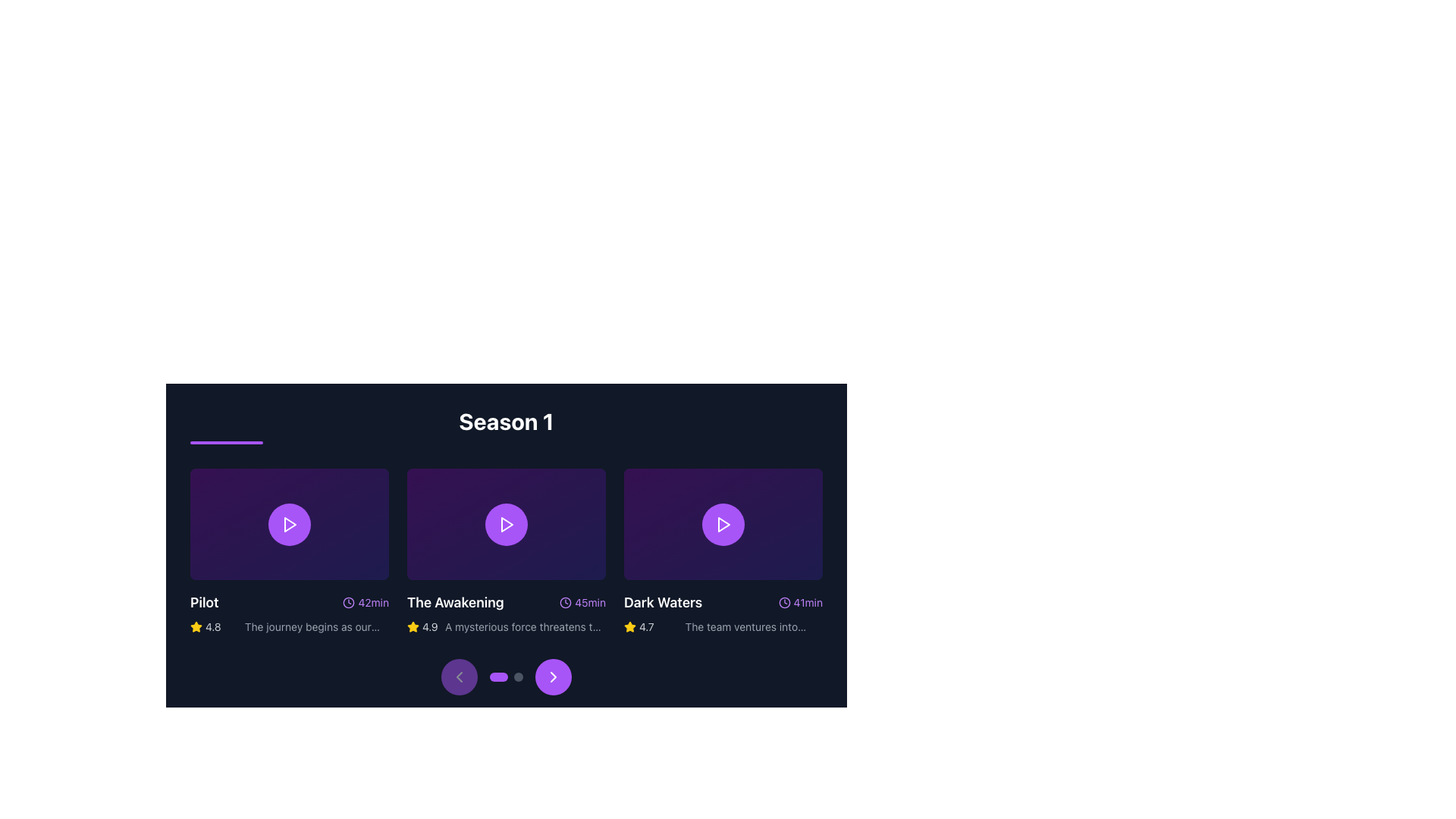 The width and height of the screenshot is (1456, 819). Describe the element at coordinates (205, 627) in the screenshot. I see `rating value displayed in the bottom-left region of the episode card titled 'Pilot', which includes an icon and text` at that location.